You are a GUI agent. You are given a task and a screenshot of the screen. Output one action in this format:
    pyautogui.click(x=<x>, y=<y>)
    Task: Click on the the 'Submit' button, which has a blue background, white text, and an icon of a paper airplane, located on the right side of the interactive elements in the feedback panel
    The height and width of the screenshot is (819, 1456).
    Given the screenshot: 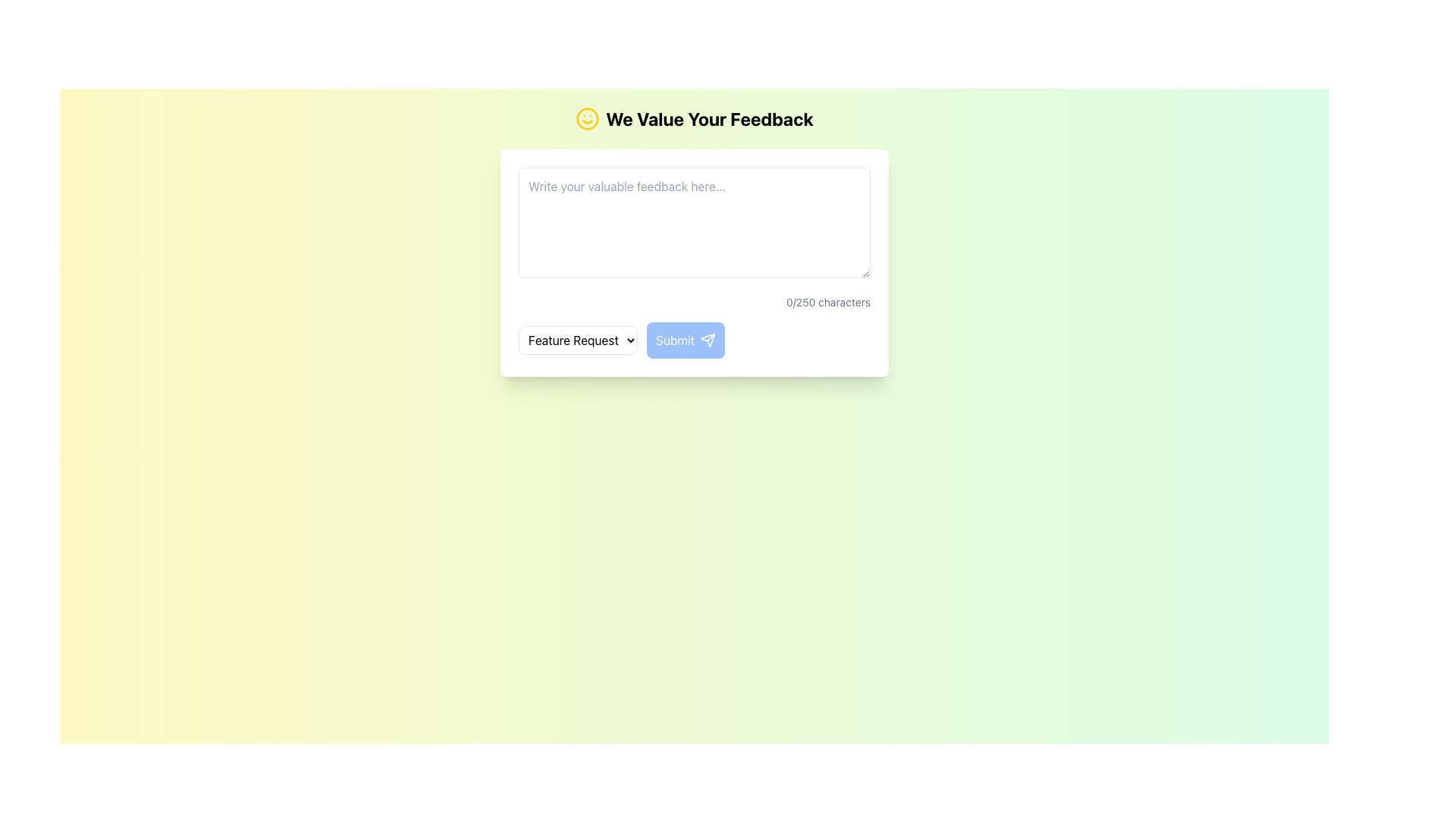 What is the action you would take?
    pyautogui.click(x=685, y=339)
    